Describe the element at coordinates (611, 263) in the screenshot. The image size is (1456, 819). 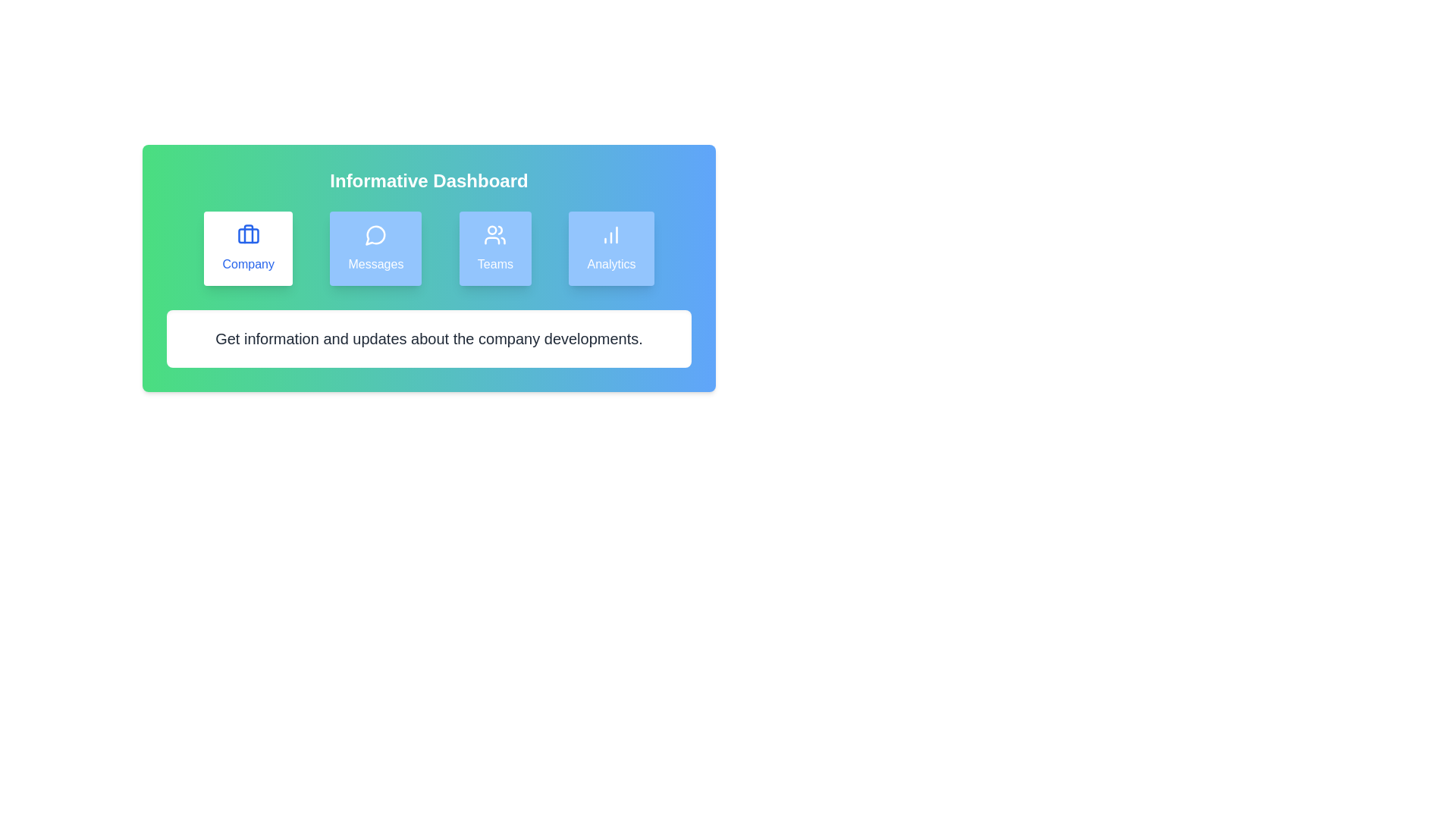
I see `displayed label 'Analytics' which is a textual label styled in medium weight font located below a graphical chart icon in the fourth card from the left` at that location.